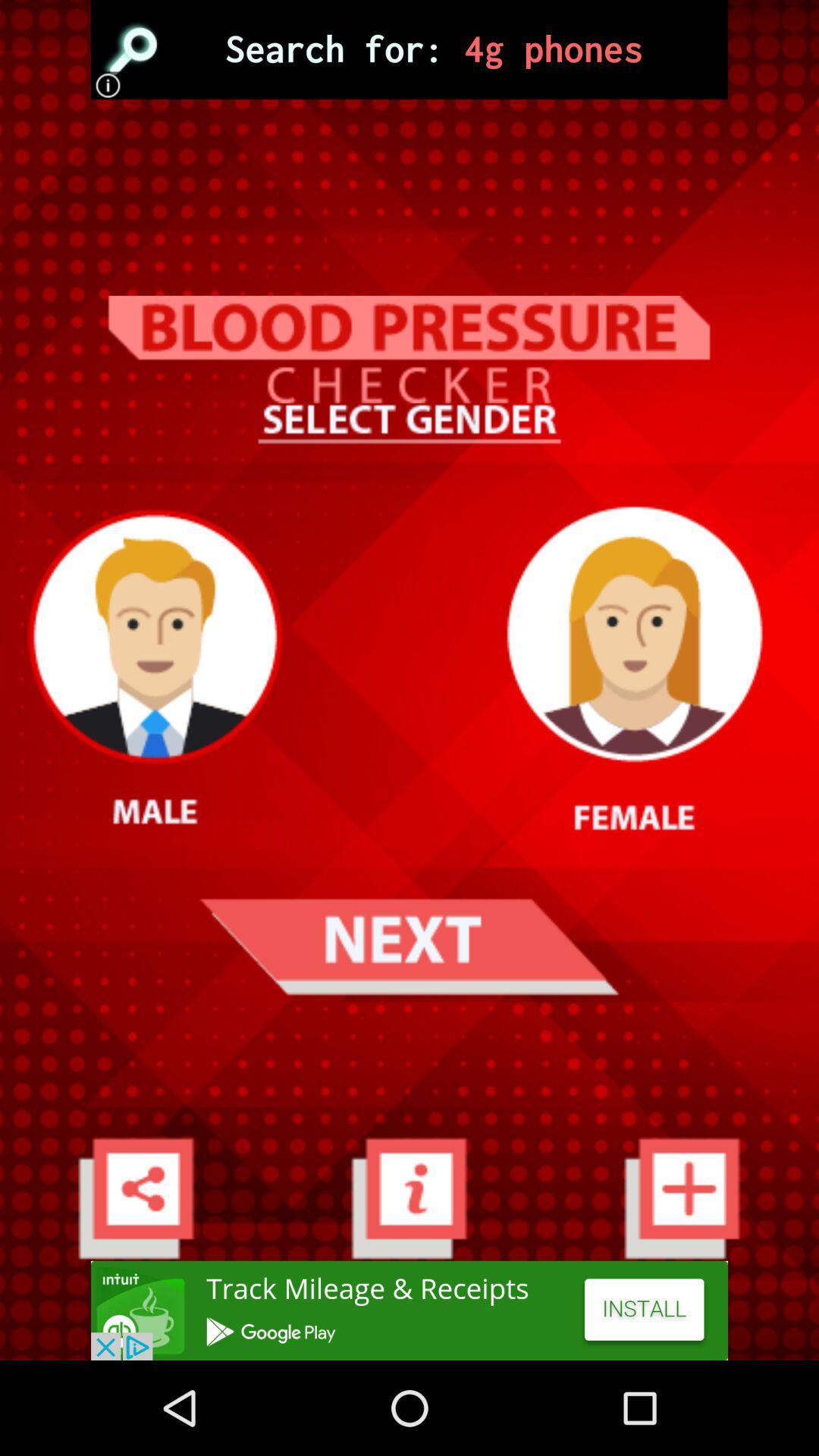 This screenshot has height=1456, width=819. Describe the element at coordinates (135, 1197) in the screenshot. I see `more options` at that location.